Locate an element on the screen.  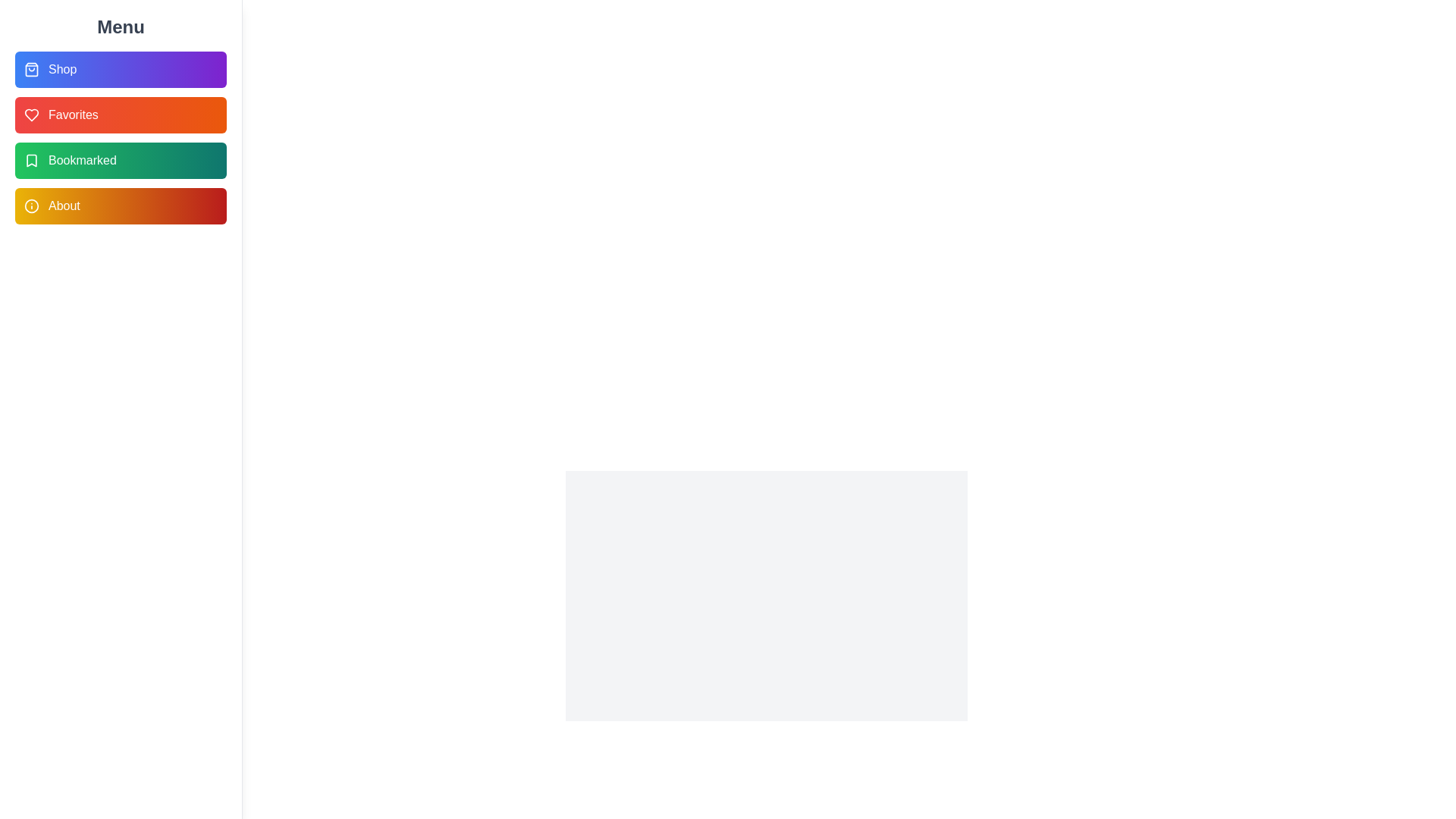
the menu item Shop to observe its hover effect is located at coordinates (120, 70).